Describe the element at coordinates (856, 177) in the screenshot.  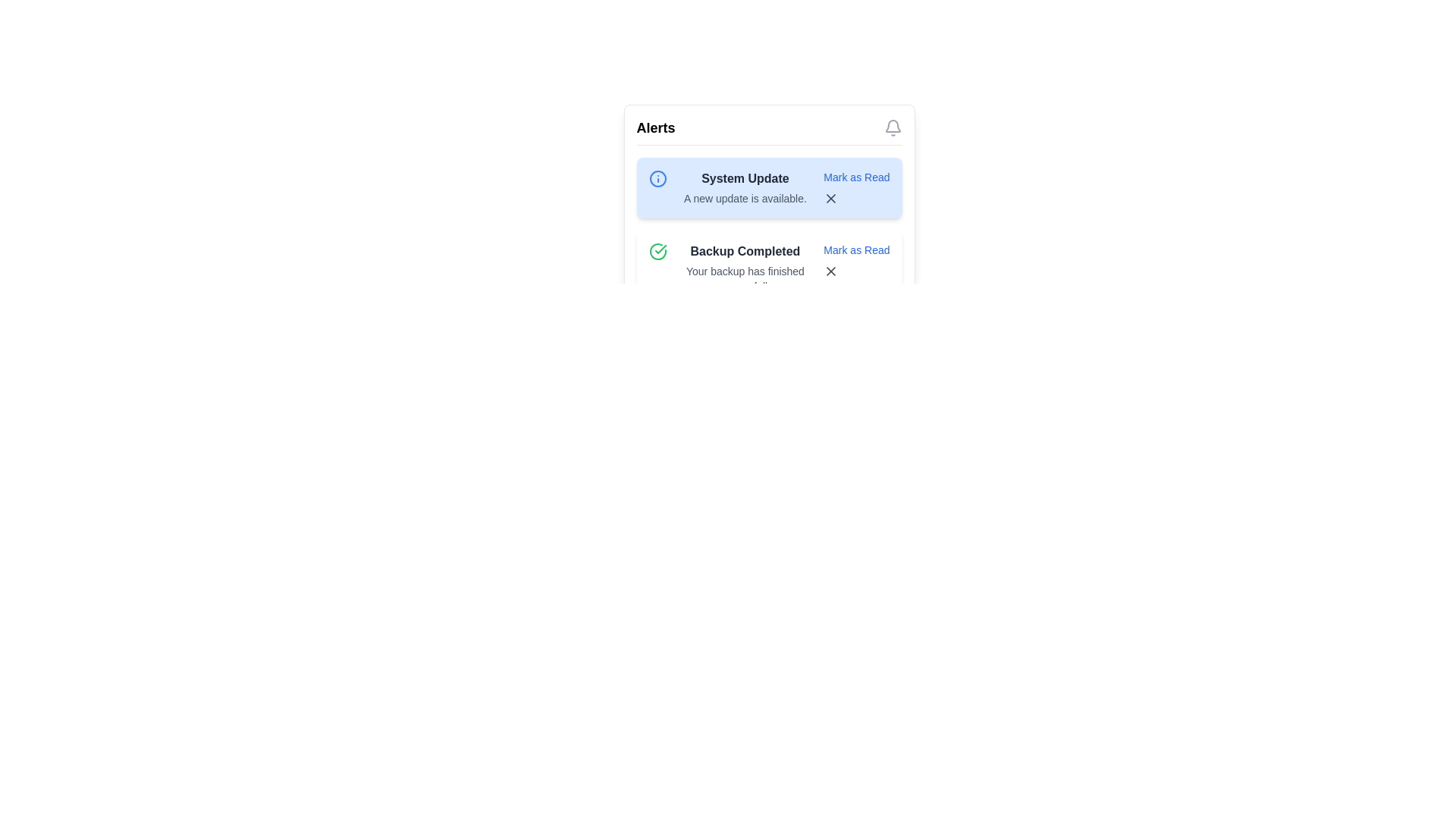
I see `the interactive link that allows users to mark an alert as read, located to the right of the 'System Update' text` at that location.